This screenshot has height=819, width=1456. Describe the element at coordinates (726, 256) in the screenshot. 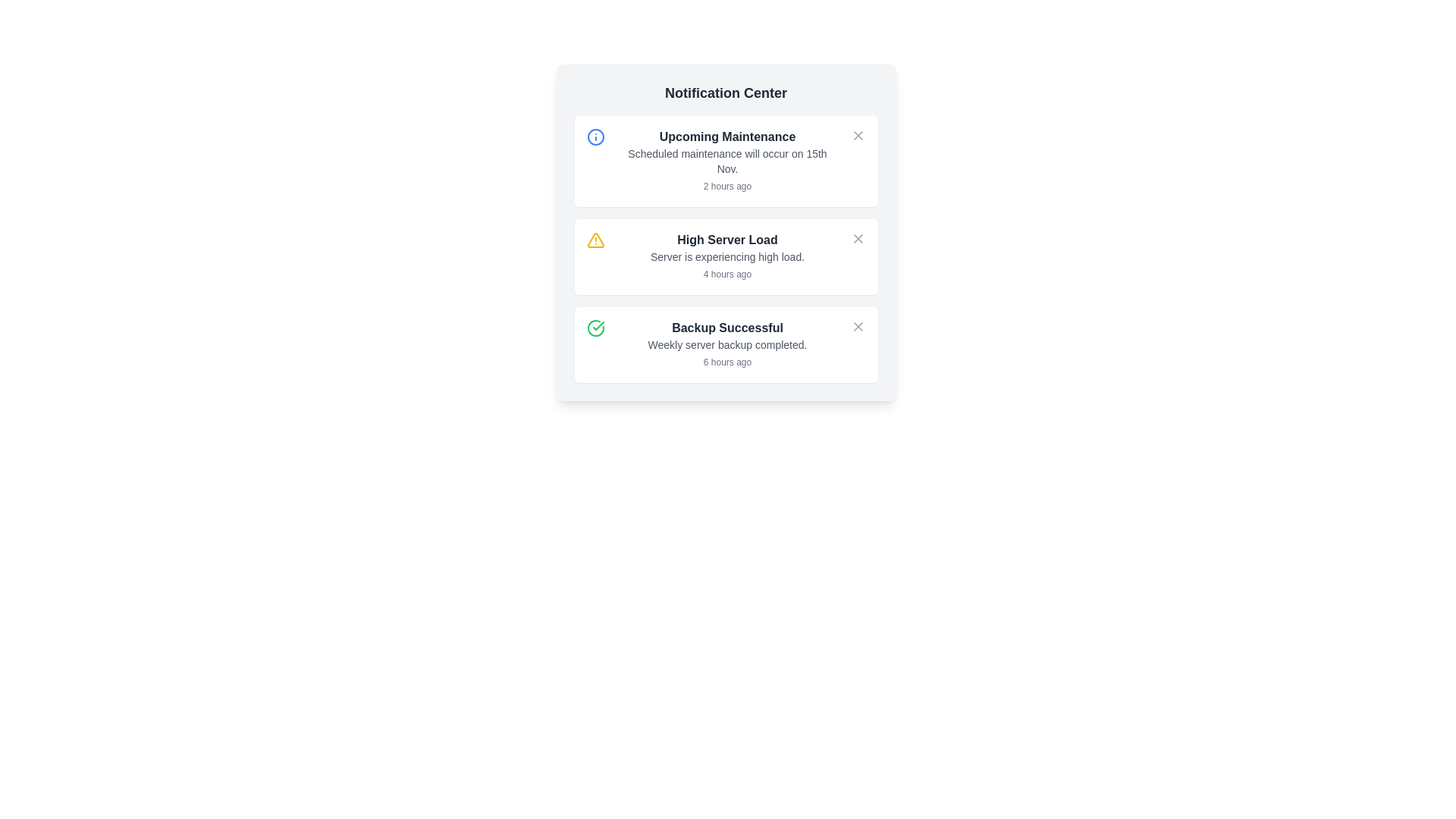

I see `the text element that reads 'Server is experiencing high load.' which is styled in a small font size and gray color, positioned centrally below the title 'High Server Load'` at that location.